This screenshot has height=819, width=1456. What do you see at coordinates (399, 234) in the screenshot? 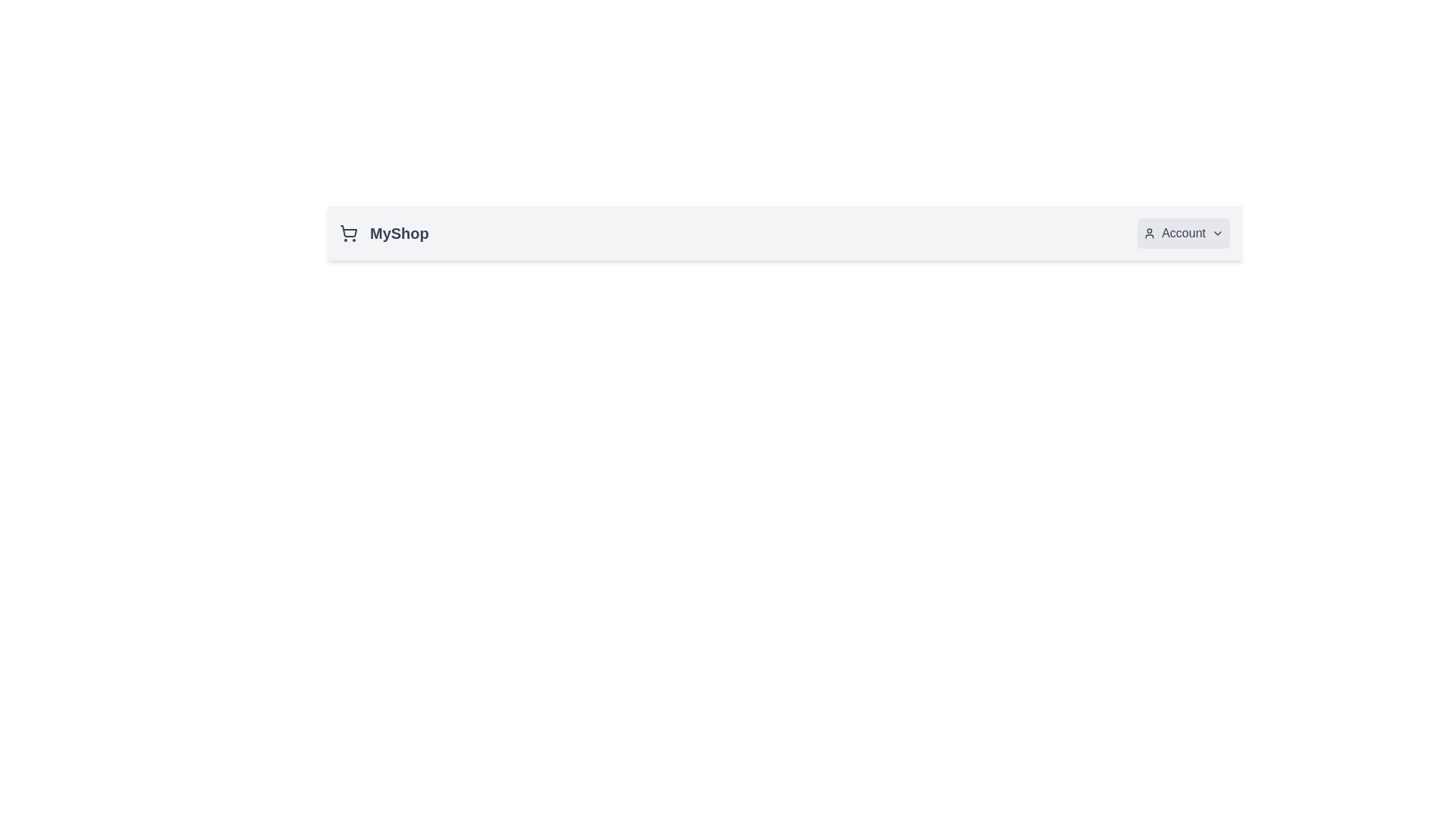
I see `the text label 'MyShop', which is styled in bold gray font and located next to a shopping cart icon in the navigation bar` at bounding box center [399, 234].